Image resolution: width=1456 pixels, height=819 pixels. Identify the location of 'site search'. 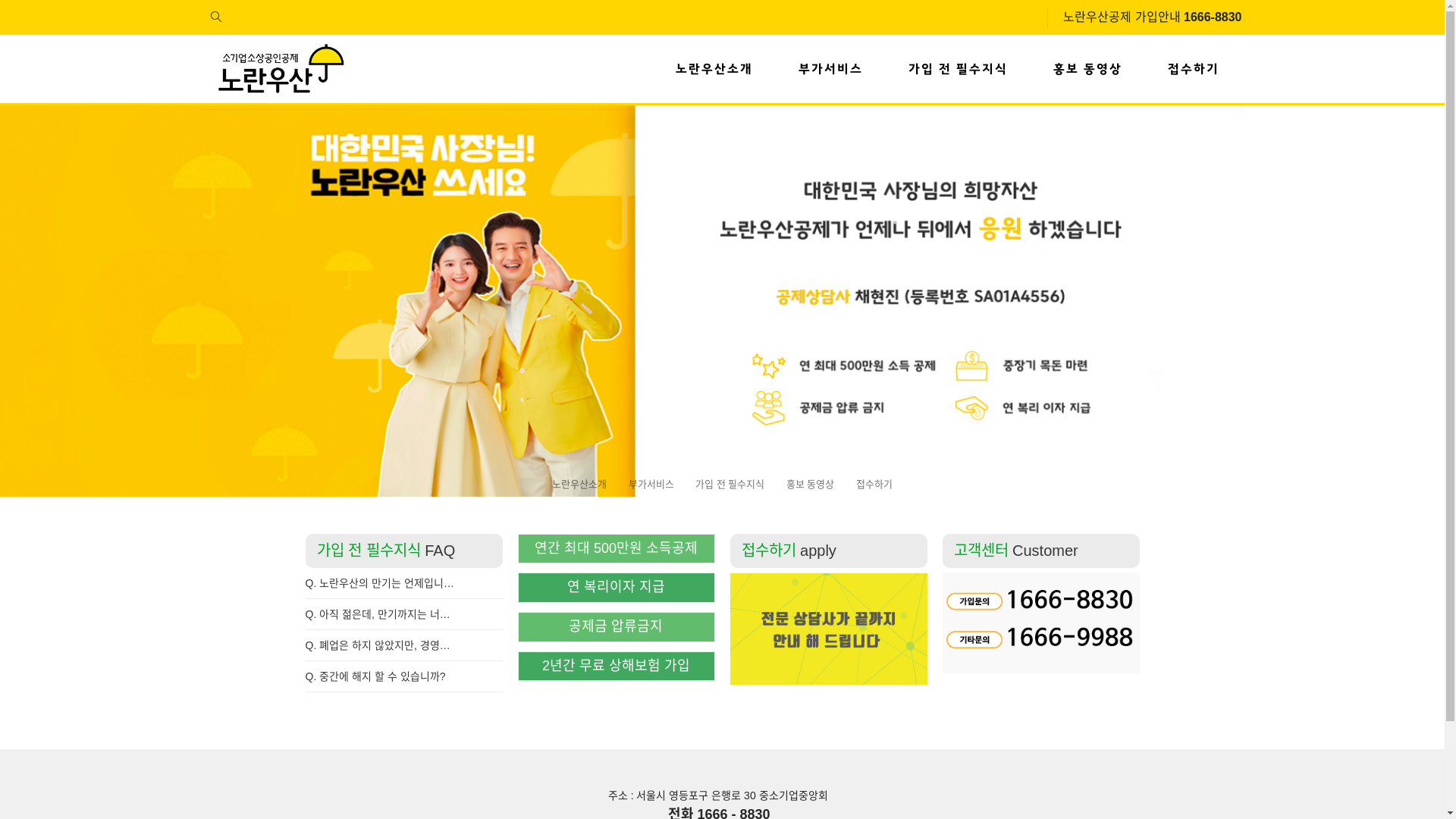
(215, 17).